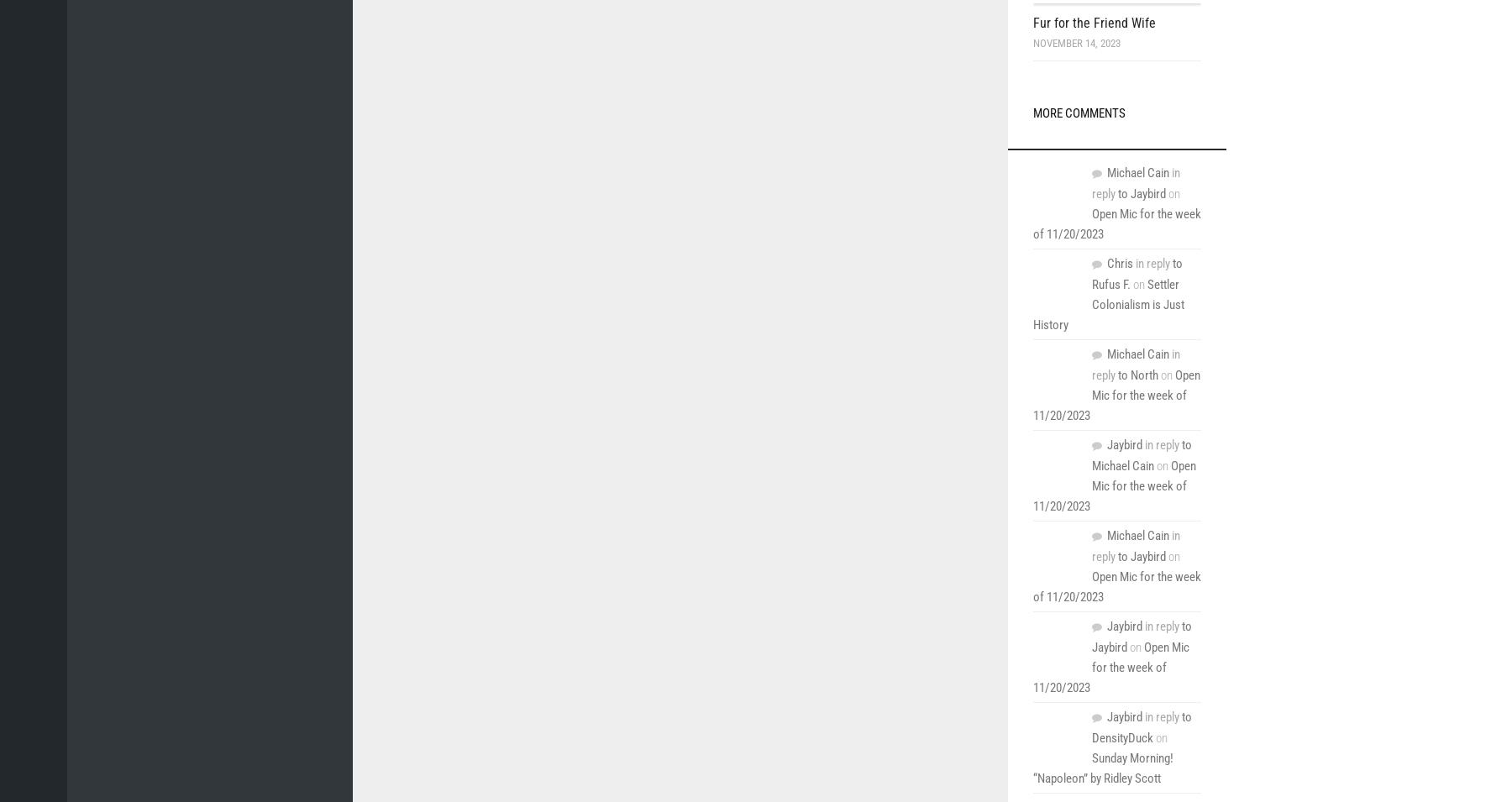 The height and width of the screenshot is (802, 1512). What do you see at coordinates (1091, 273) in the screenshot?
I see `'to Rufus F.'` at bounding box center [1091, 273].